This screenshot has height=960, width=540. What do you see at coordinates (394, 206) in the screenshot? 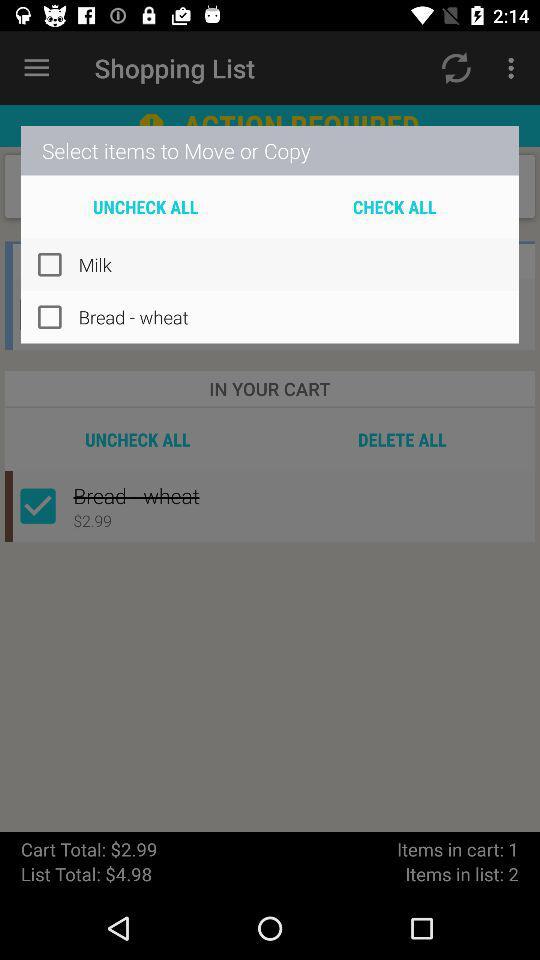
I see `the item to the right of the uncheck all` at bounding box center [394, 206].